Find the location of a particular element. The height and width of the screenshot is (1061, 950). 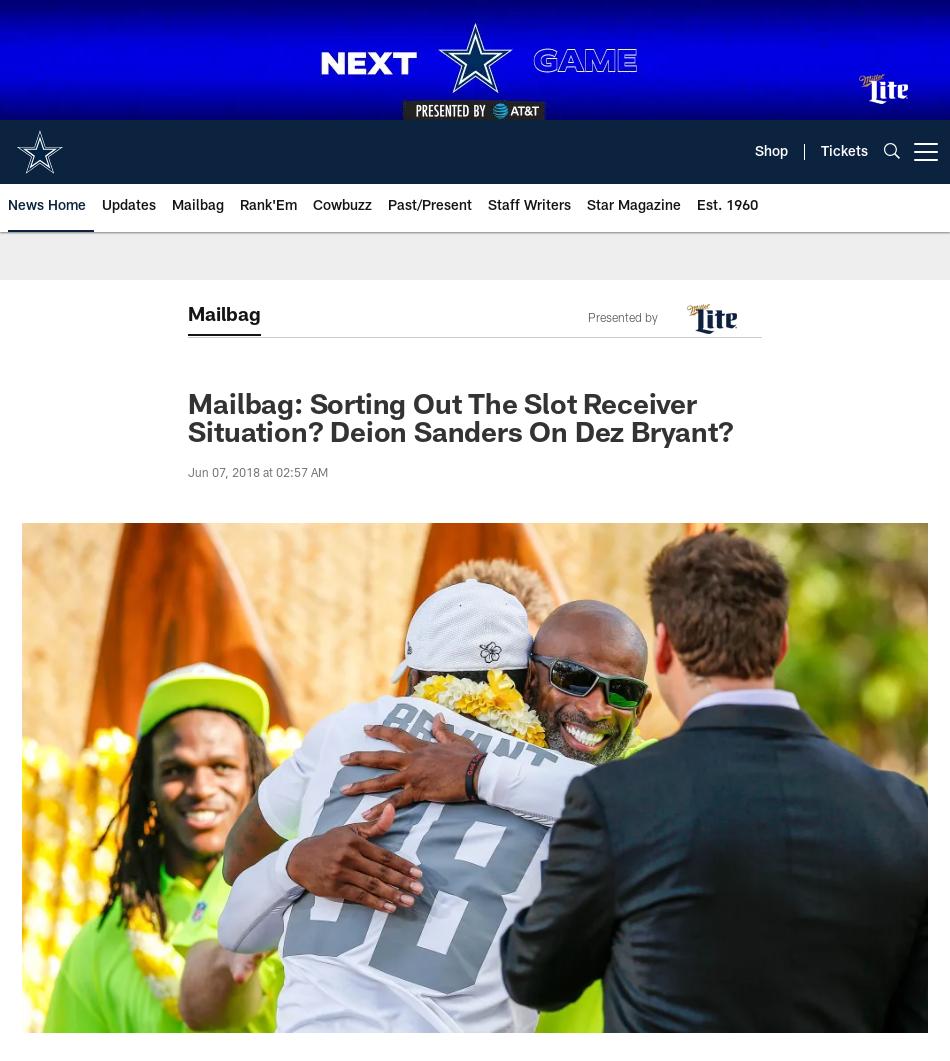

'Staff Writers' is located at coordinates (529, 206).